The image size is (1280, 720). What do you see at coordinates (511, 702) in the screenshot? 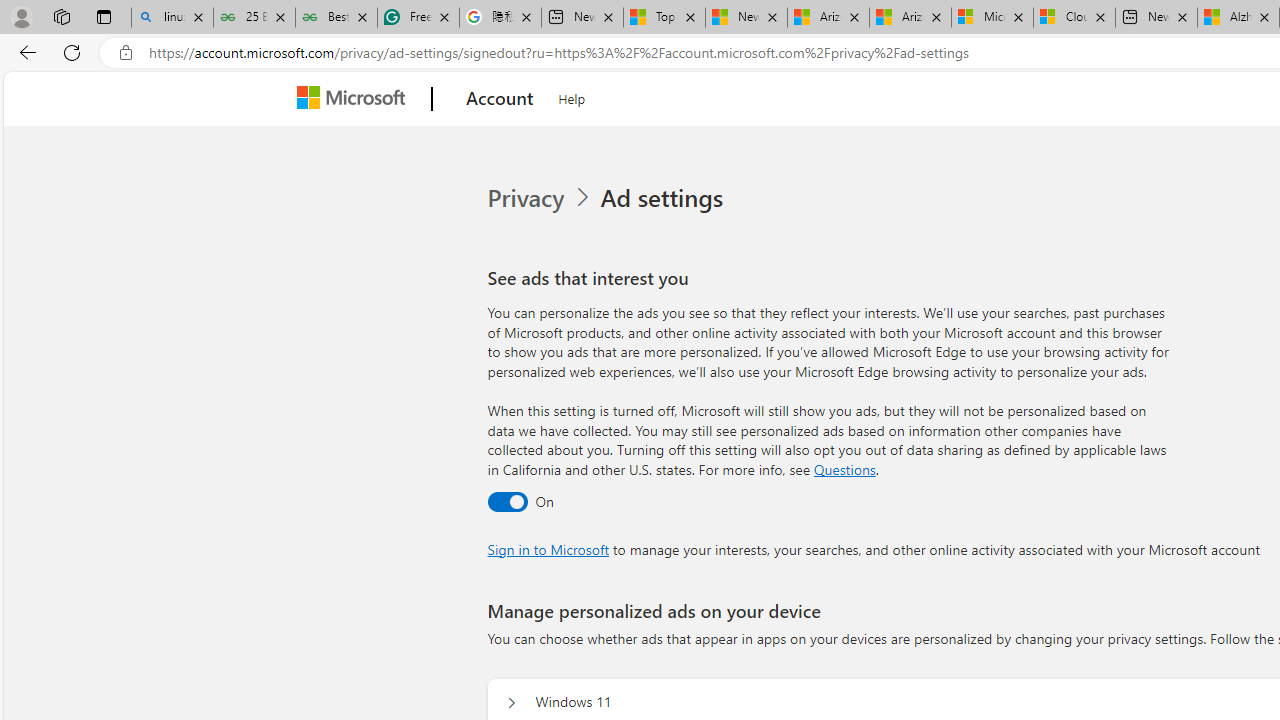
I see `'Manage personalized ads on your device Windows 11'` at bounding box center [511, 702].